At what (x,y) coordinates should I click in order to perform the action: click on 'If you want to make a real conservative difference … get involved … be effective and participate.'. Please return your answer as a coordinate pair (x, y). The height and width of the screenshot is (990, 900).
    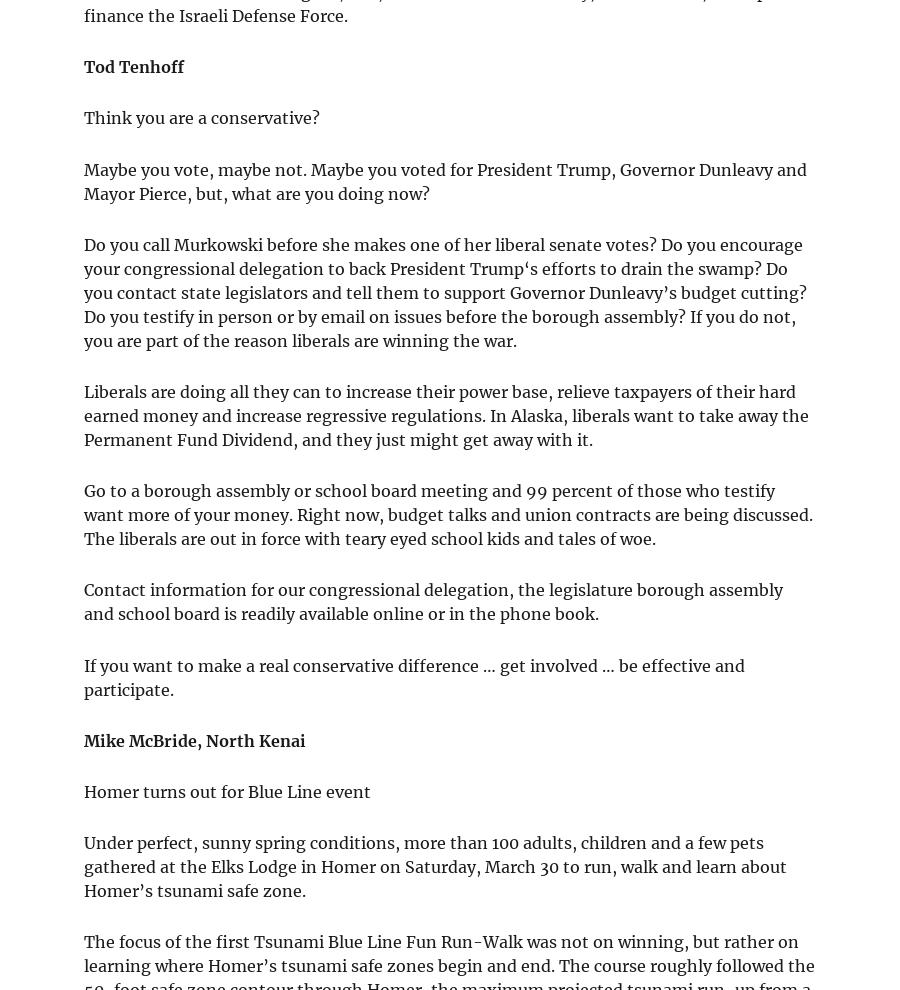
    Looking at the image, I should click on (414, 676).